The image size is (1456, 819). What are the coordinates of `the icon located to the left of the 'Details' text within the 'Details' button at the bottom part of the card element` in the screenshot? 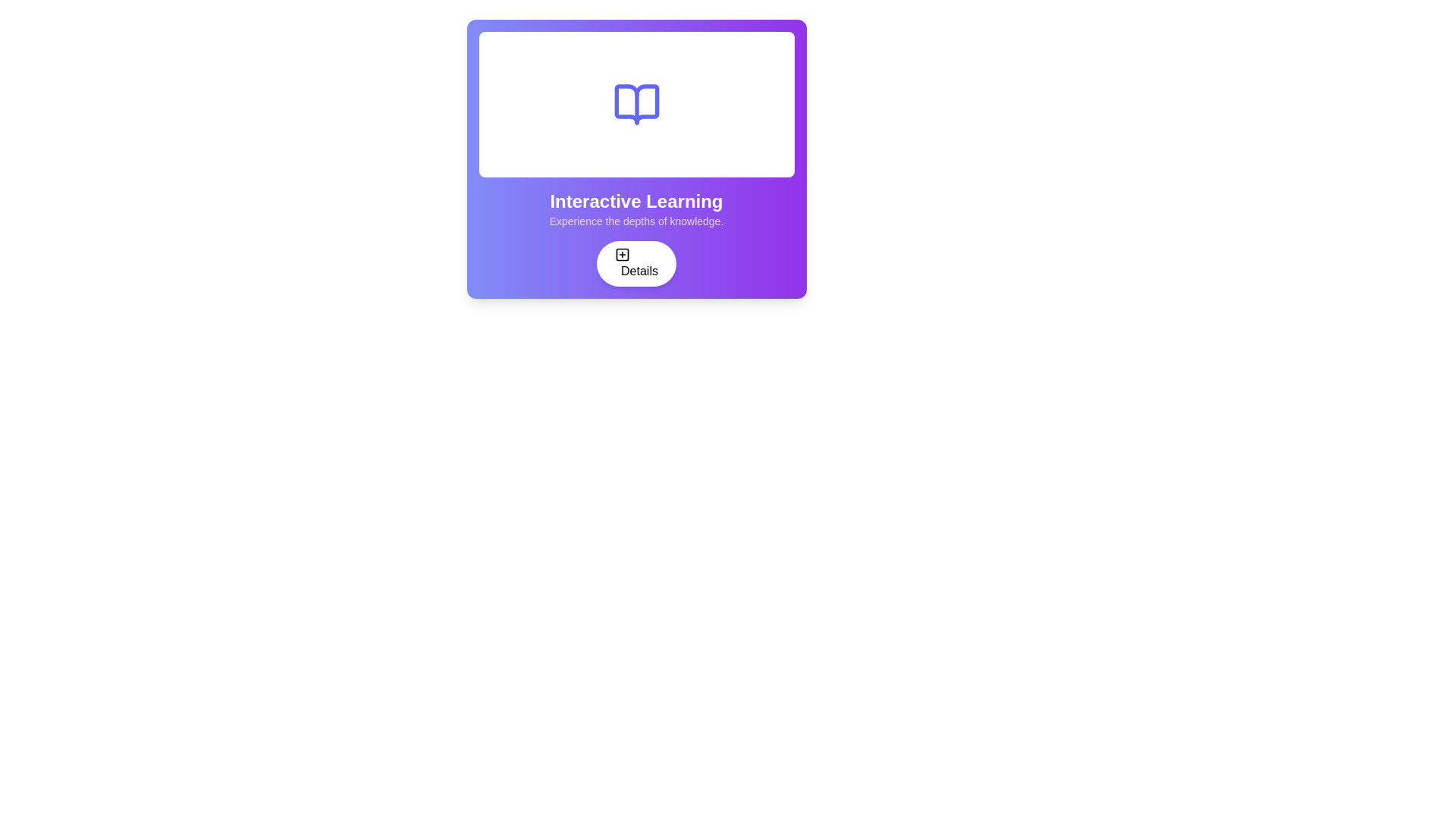 It's located at (622, 253).